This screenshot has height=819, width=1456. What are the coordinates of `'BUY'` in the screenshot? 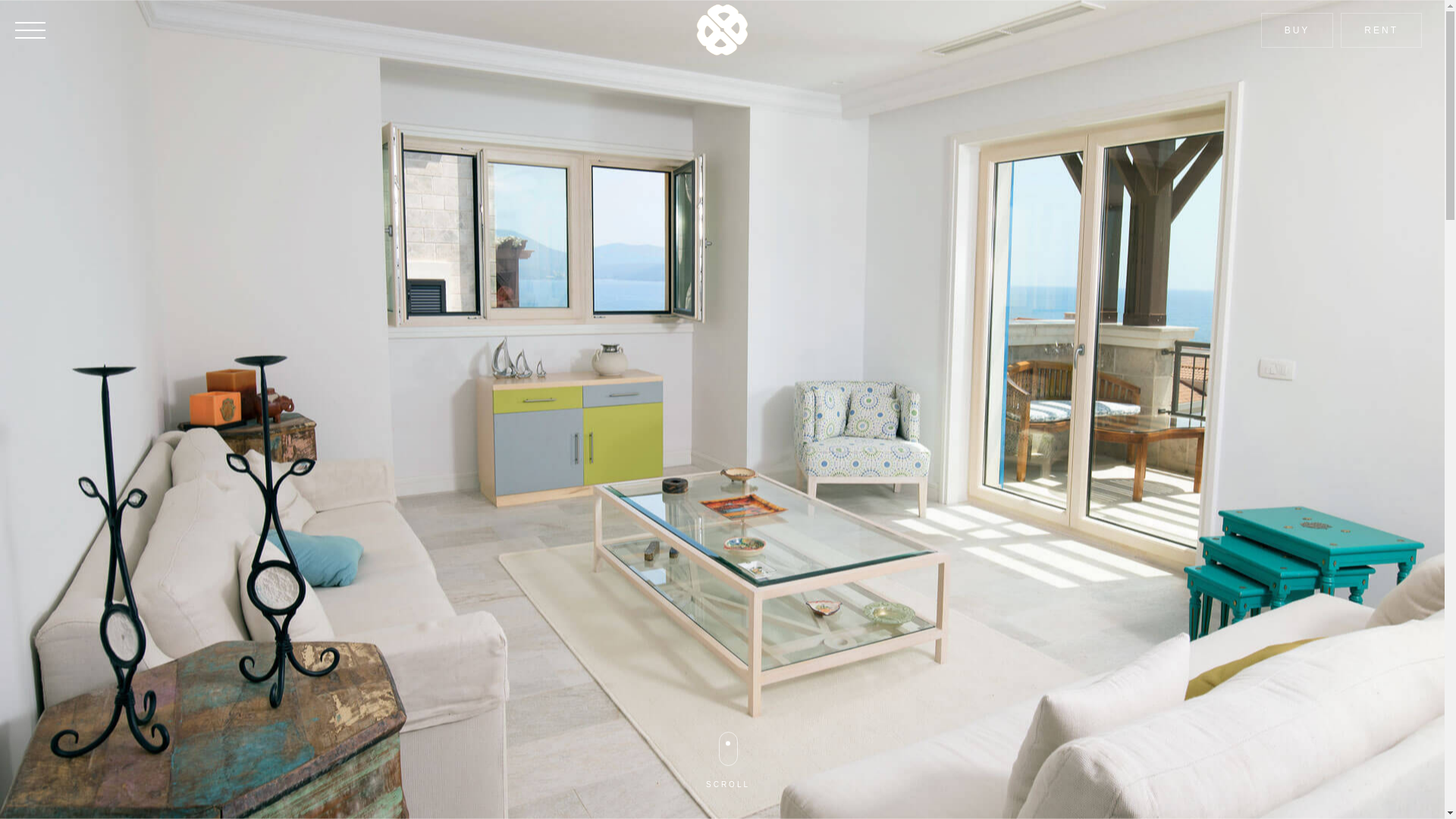 It's located at (1296, 30).